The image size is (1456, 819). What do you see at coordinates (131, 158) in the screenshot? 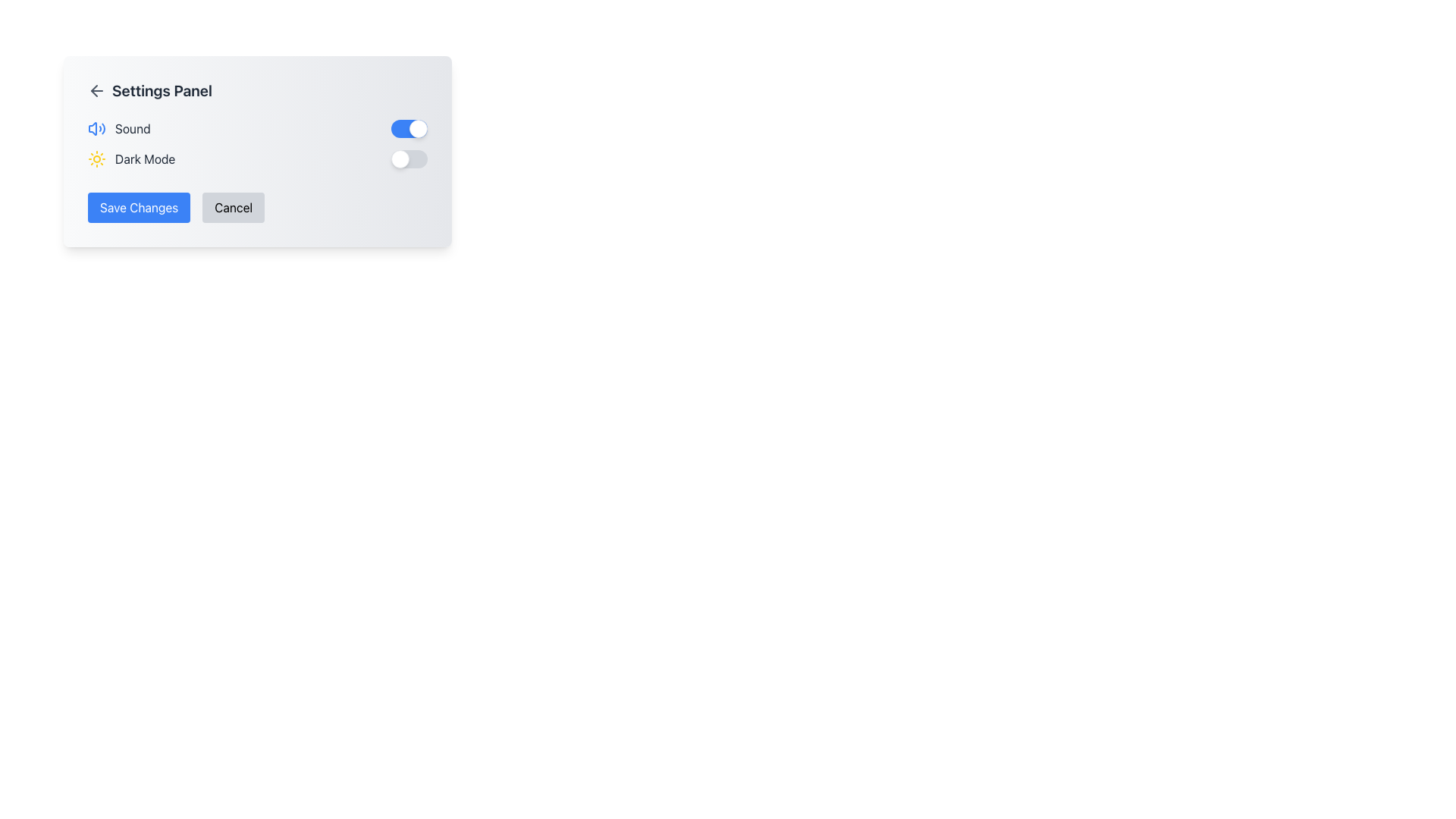
I see `the static label with a sun icon and the text 'Dark Mode' in the Settings Panel` at bounding box center [131, 158].